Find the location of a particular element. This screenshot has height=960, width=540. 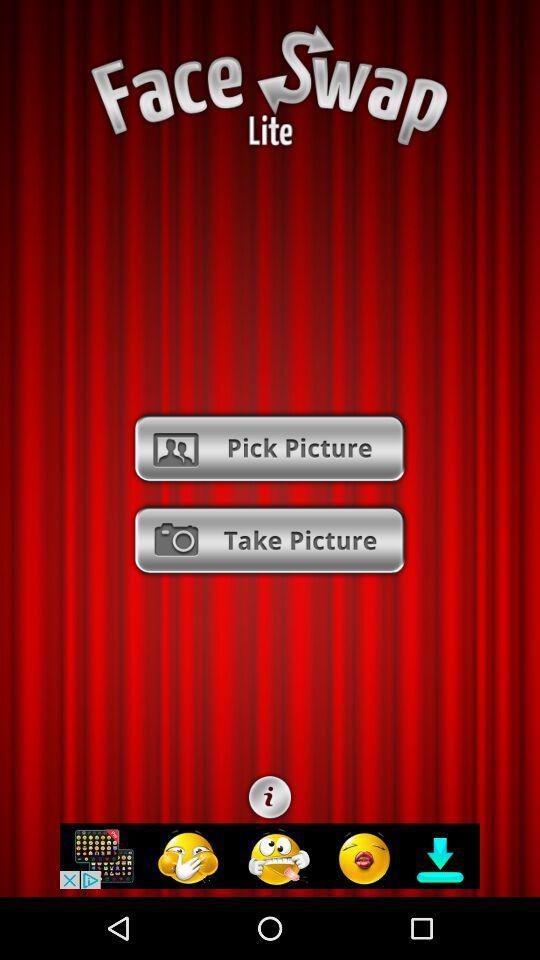

more information is located at coordinates (270, 797).